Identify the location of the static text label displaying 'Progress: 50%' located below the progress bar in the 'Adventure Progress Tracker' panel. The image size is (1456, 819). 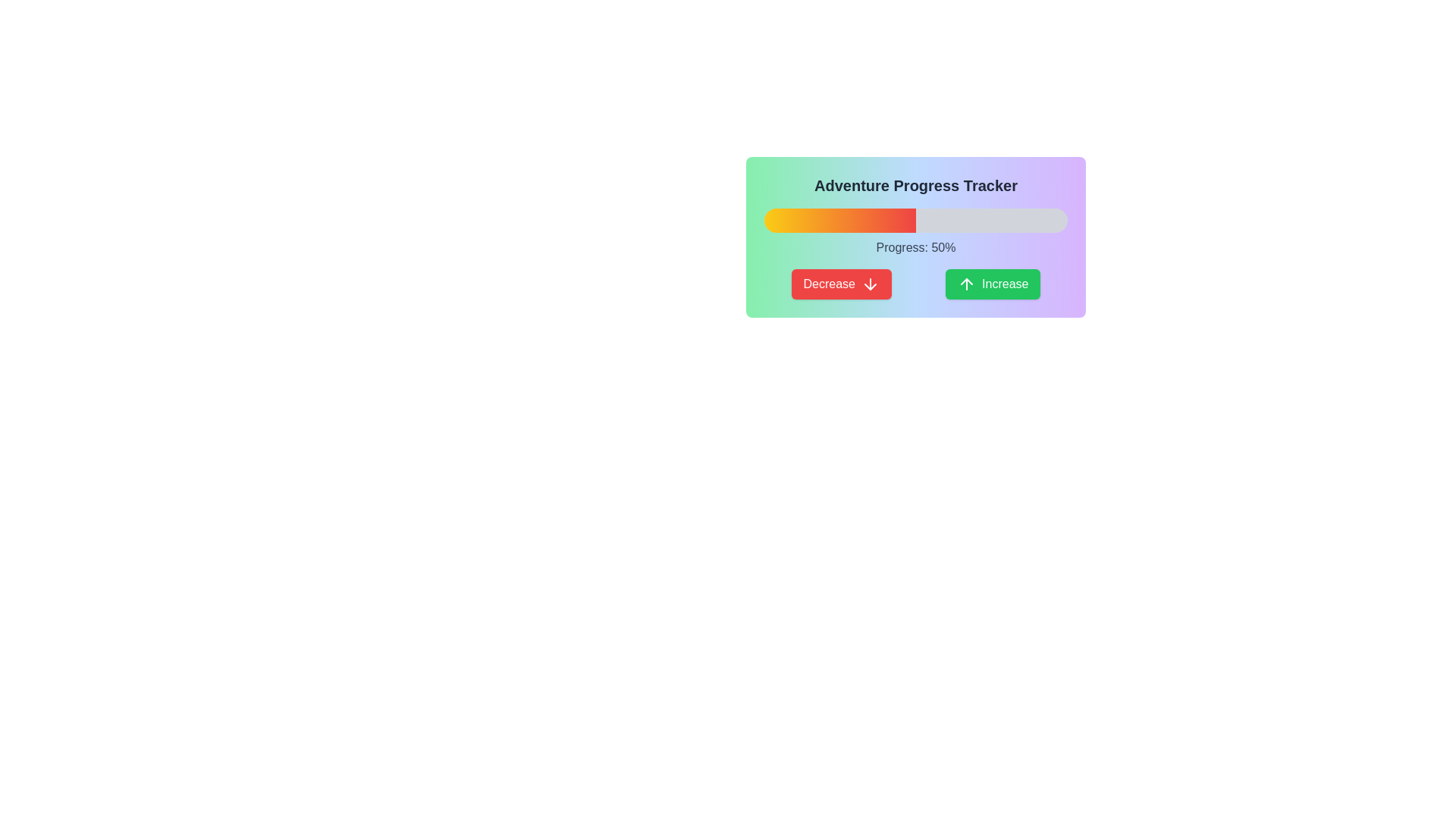
(915, 247).